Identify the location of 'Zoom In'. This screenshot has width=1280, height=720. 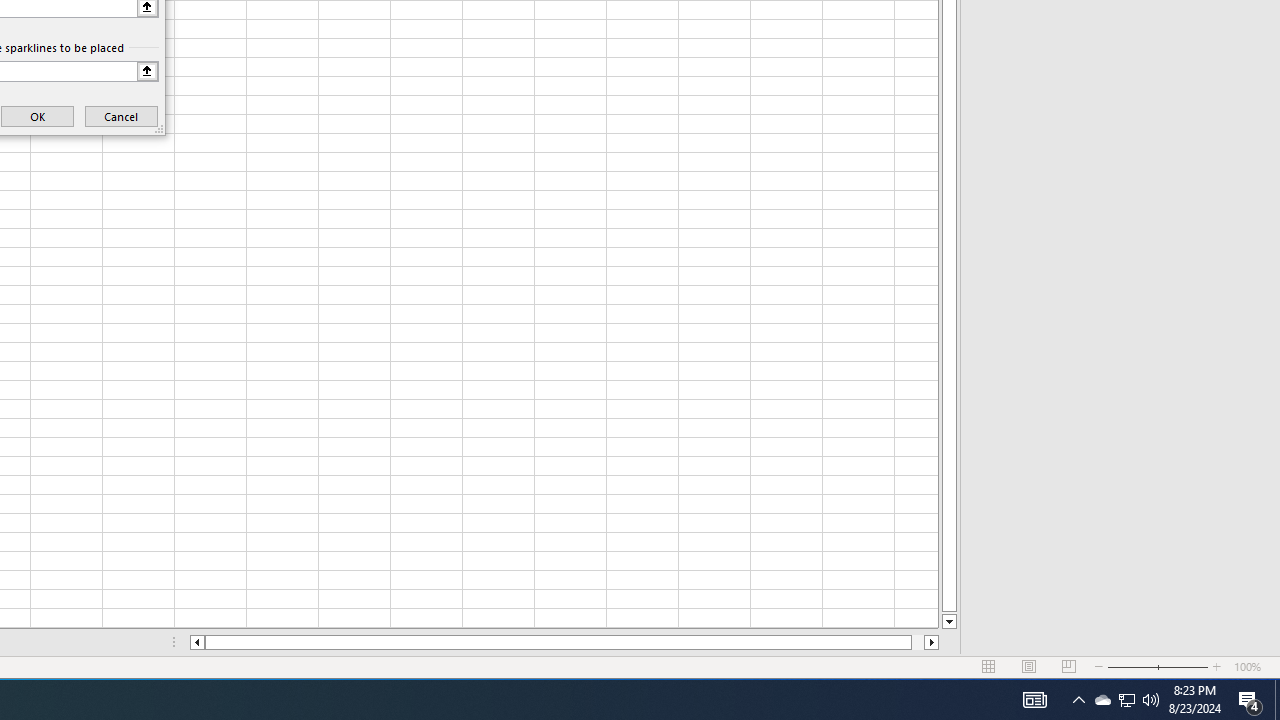
(1216, 667).